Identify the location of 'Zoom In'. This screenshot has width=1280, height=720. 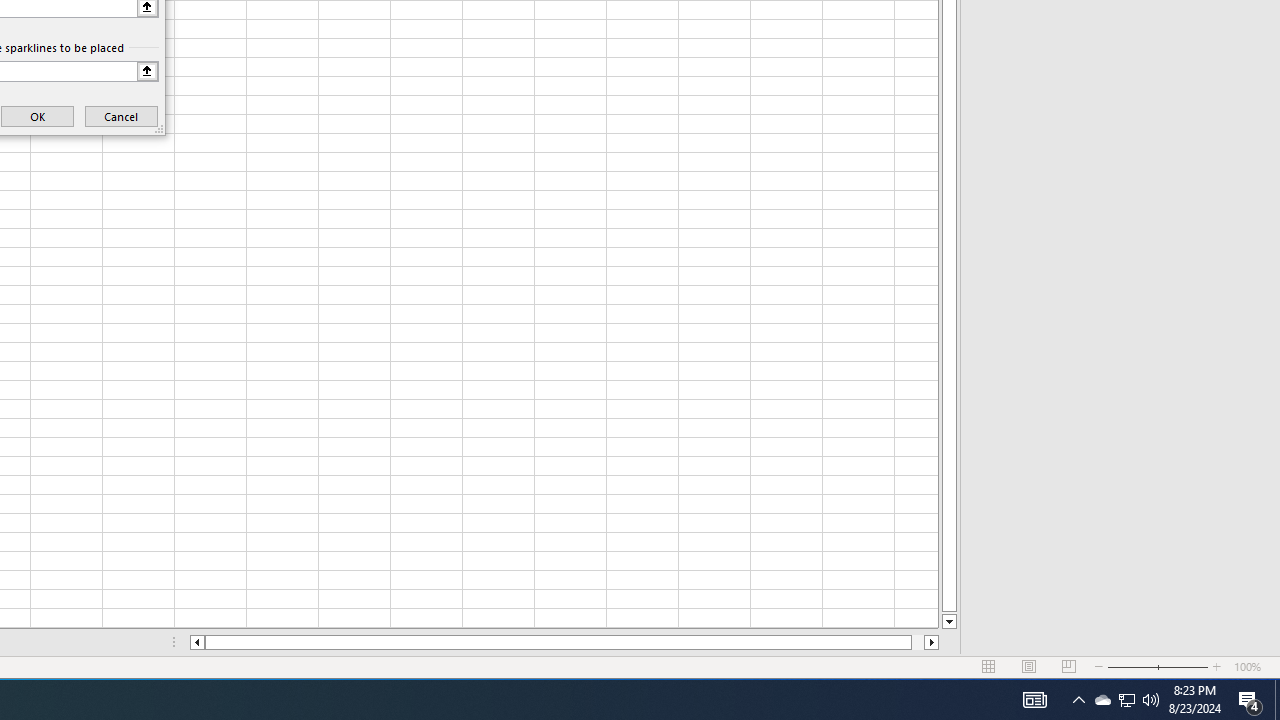
(1216, 667).